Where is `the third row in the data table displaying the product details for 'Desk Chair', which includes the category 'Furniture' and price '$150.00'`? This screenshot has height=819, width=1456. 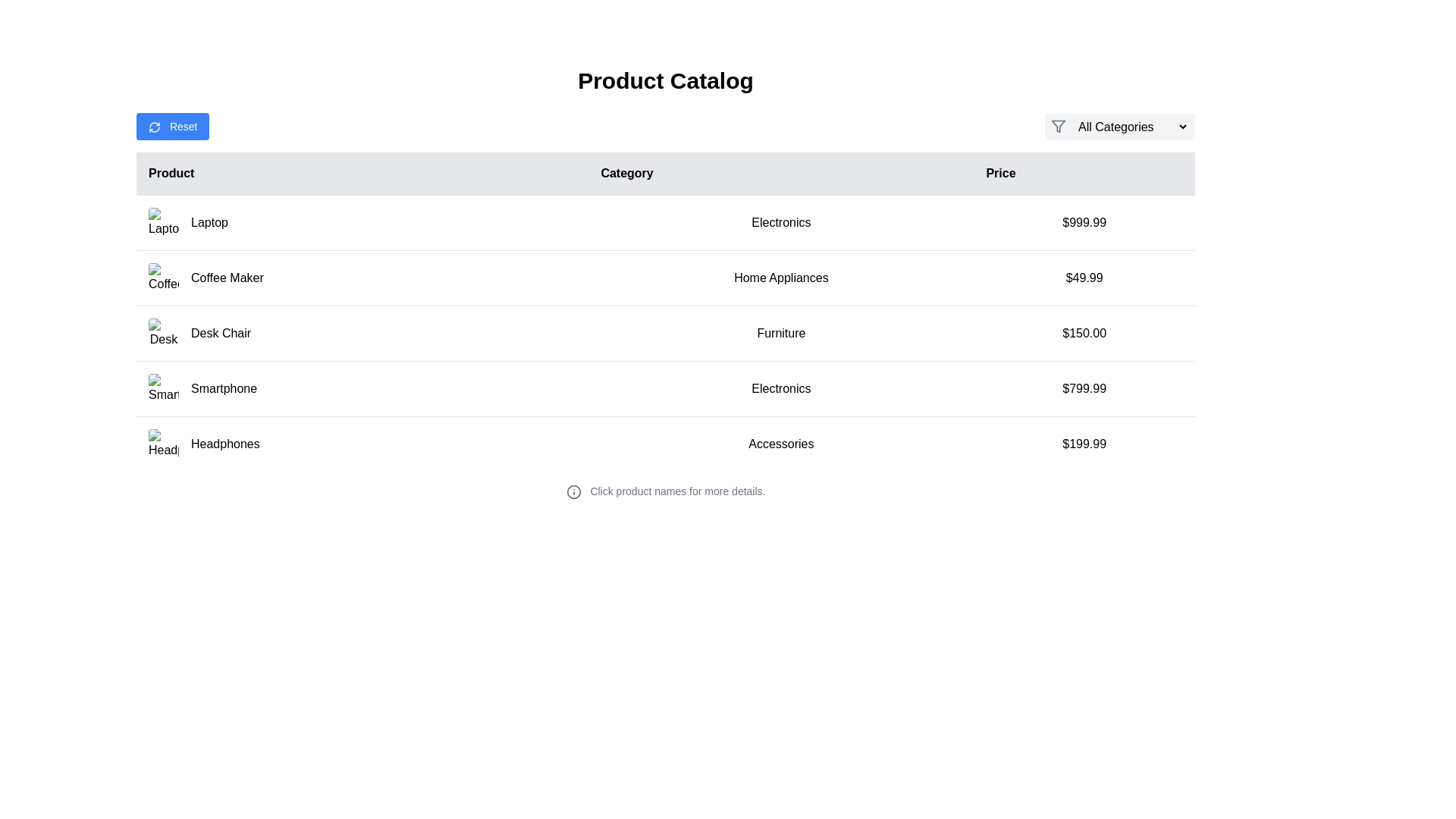 the third row in the data table displaying the product details for 'Desk Chair', which includes the category 'Furniture' and price '$150.00' is located at coordinates (666, 332).